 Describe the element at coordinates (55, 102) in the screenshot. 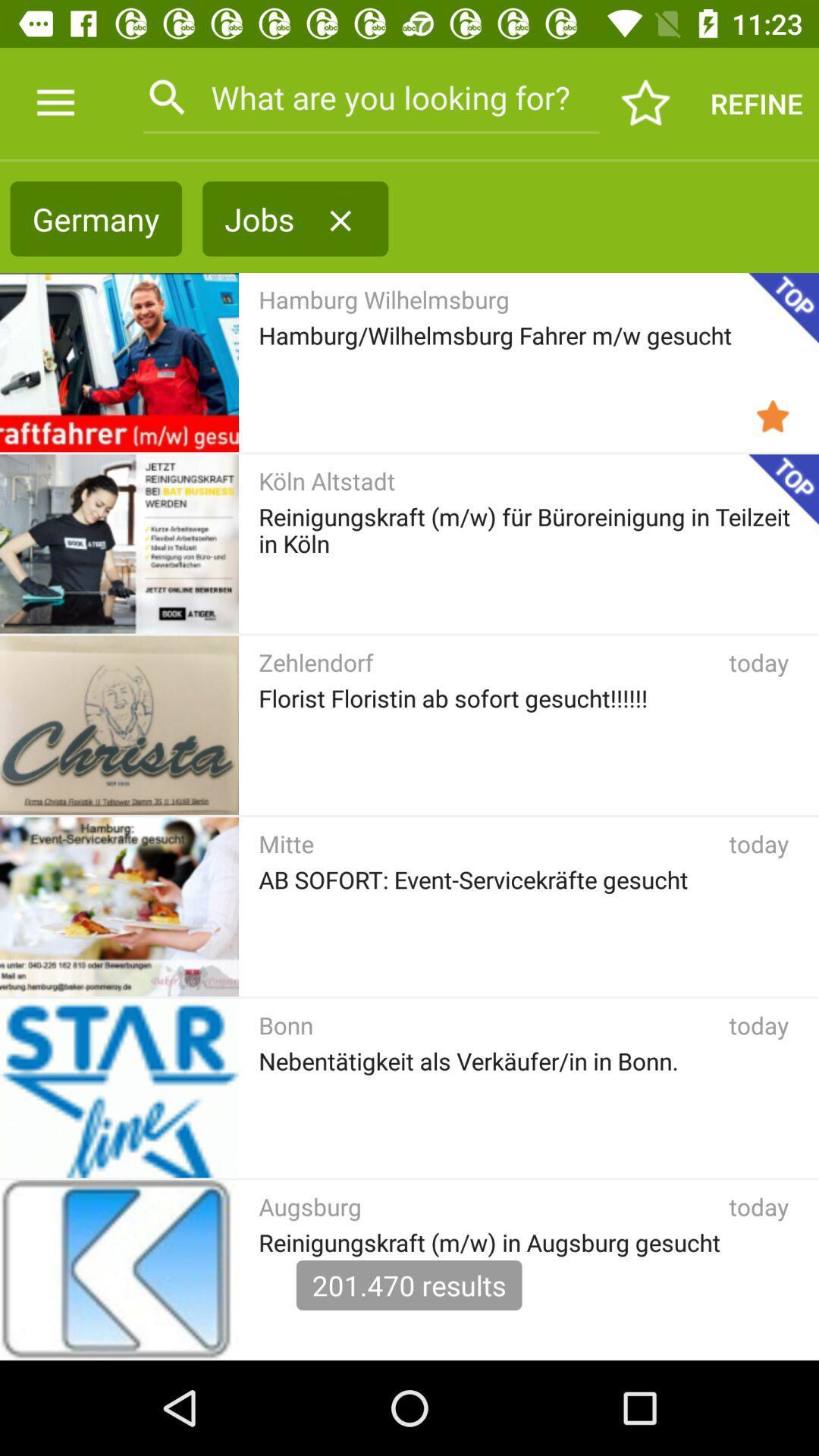

I see `icon next to the what are you` at that location.